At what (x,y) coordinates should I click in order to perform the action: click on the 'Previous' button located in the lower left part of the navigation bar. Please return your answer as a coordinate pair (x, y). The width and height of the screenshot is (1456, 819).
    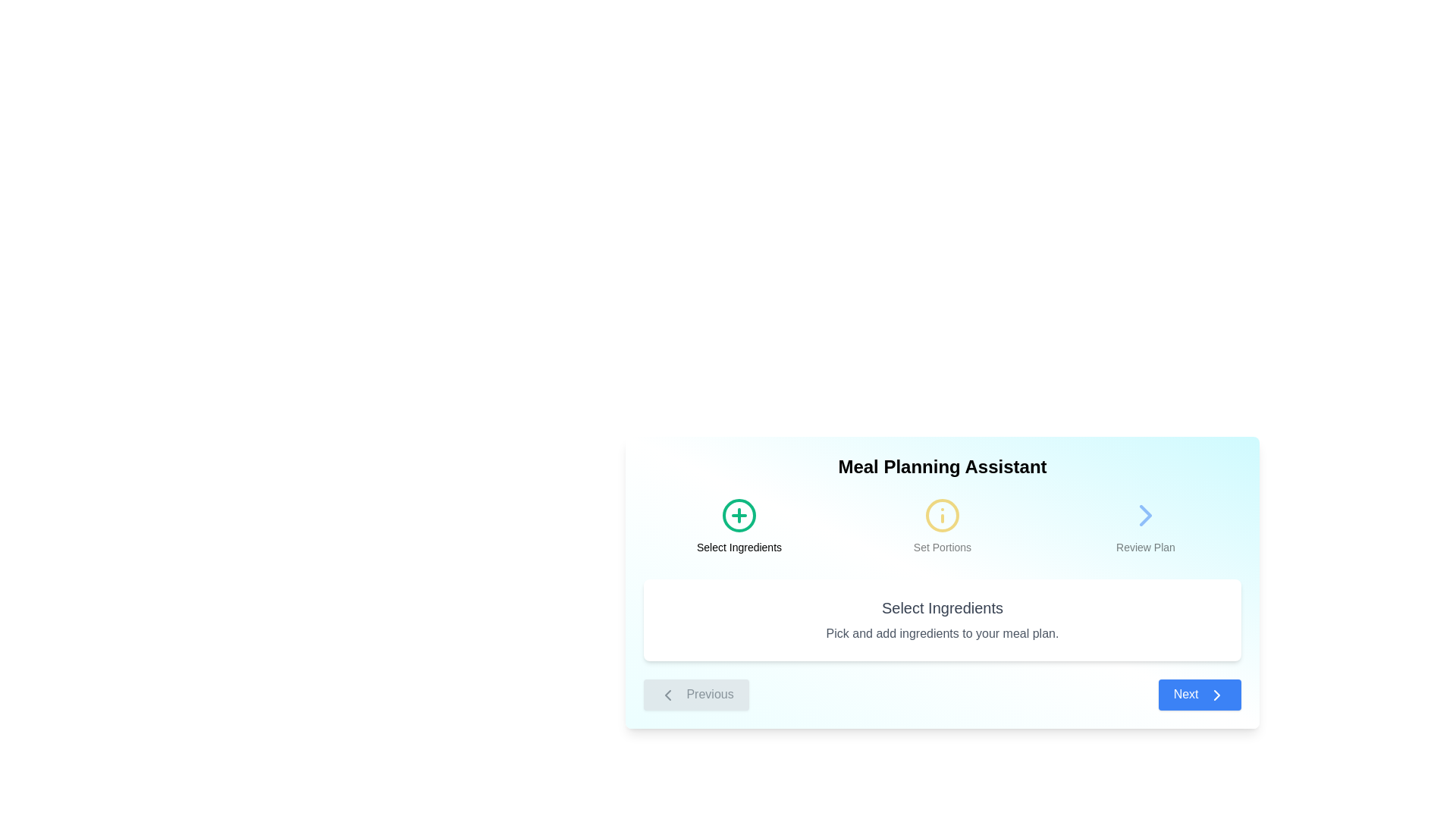
    Looking at the image, I should click on (695, 695).